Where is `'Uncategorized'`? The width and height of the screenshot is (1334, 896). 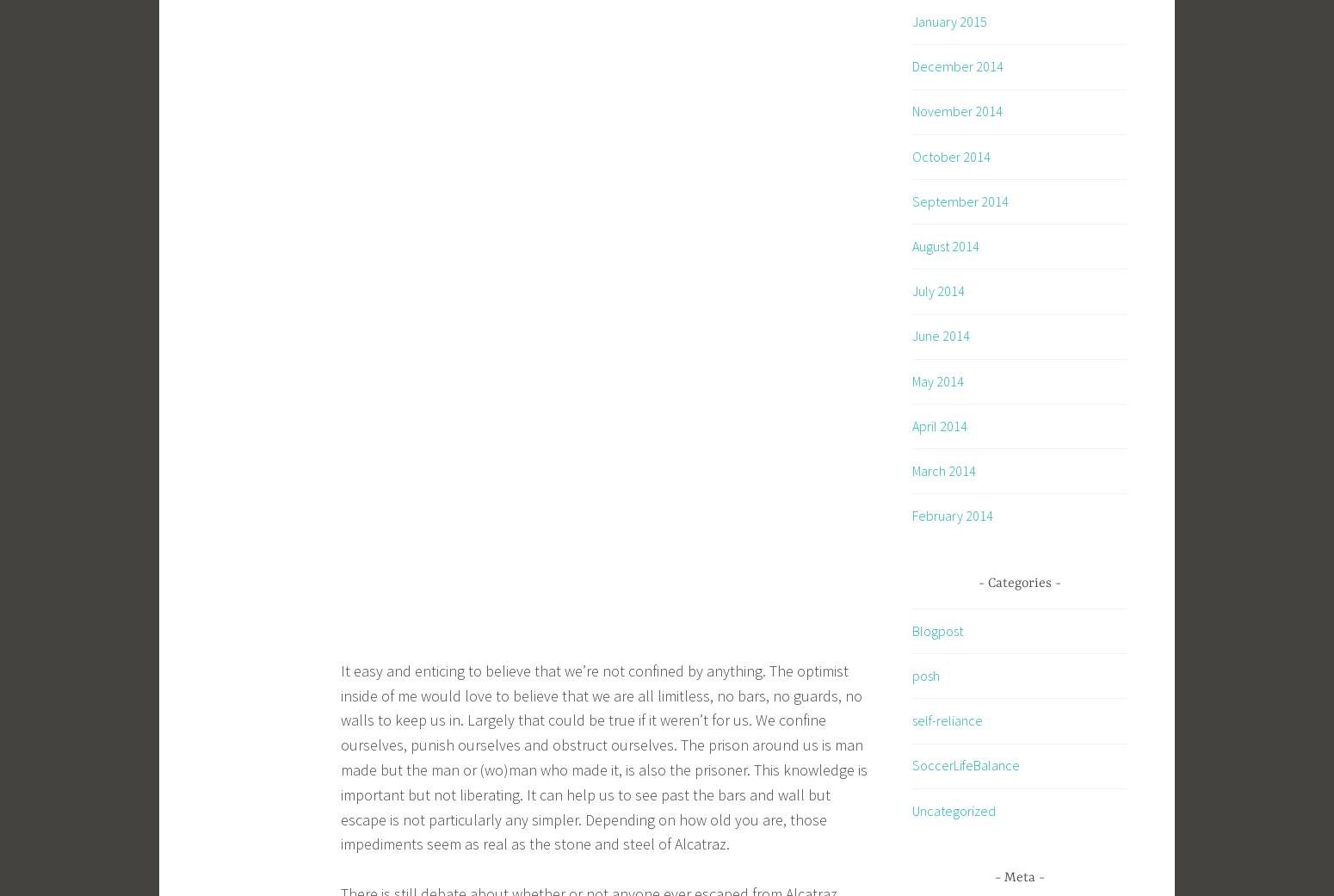 'Uncategorized' is located at coordinates (953, 809).